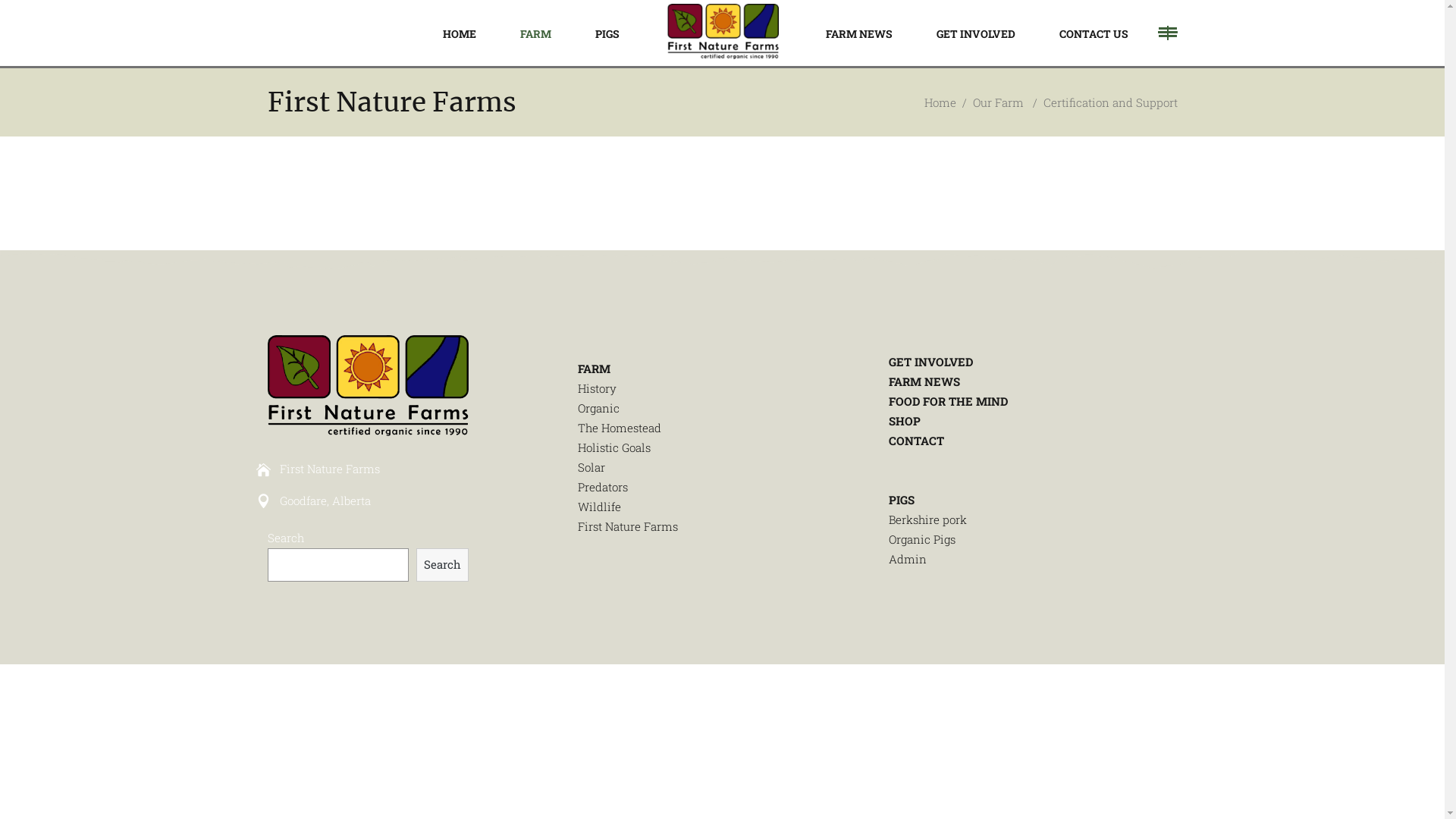 Image resolution: width=1456 pixels, height=819 pixels. What do you see at coordinates (577, 406) in the screenshot?
I see `'Organic'` at bounding box center [577, 406].